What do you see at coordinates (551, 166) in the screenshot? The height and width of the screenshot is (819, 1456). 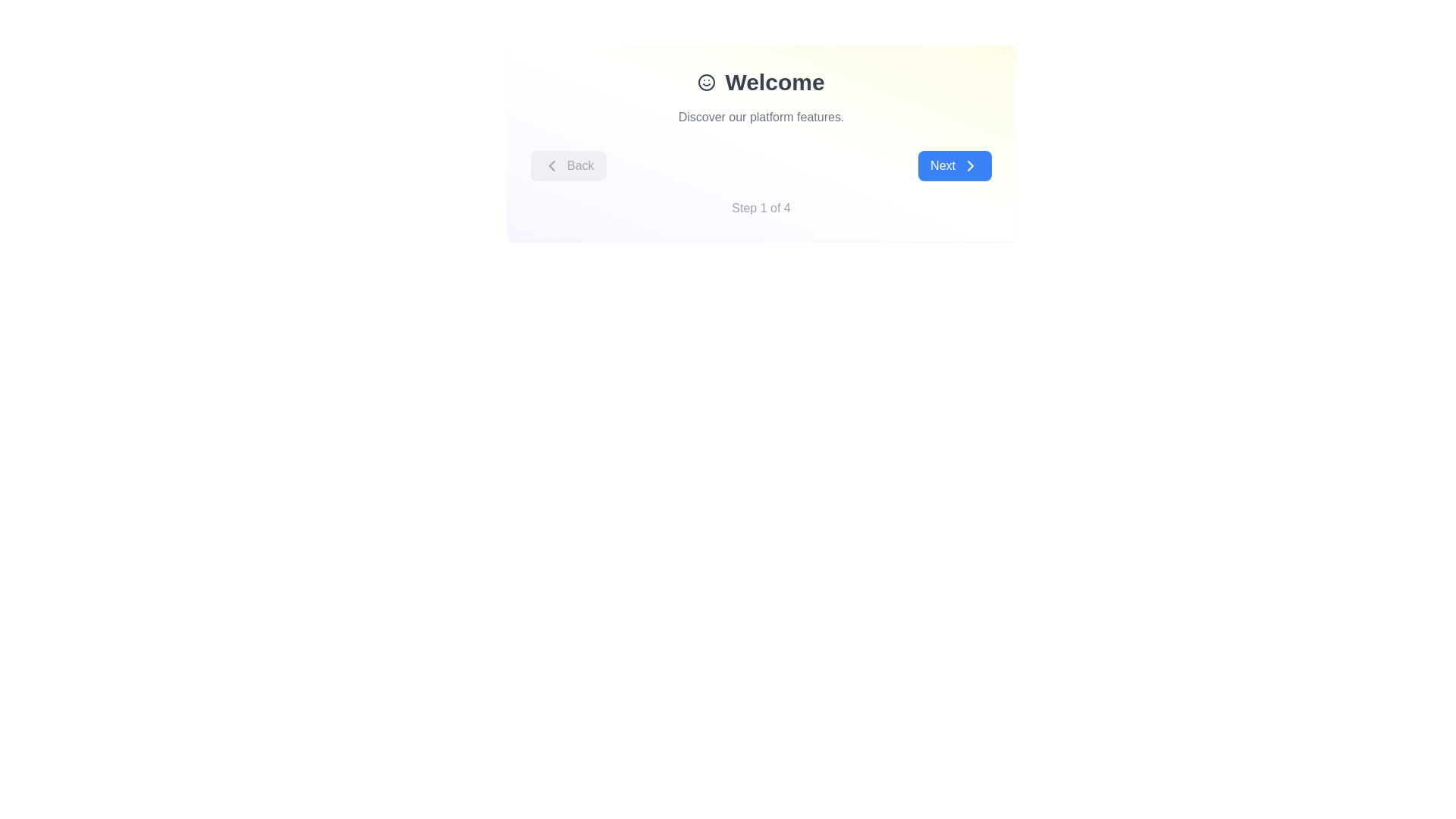 I see `the left-side 'Back' button which features an arrow icon` at bounding box center [551, 166].